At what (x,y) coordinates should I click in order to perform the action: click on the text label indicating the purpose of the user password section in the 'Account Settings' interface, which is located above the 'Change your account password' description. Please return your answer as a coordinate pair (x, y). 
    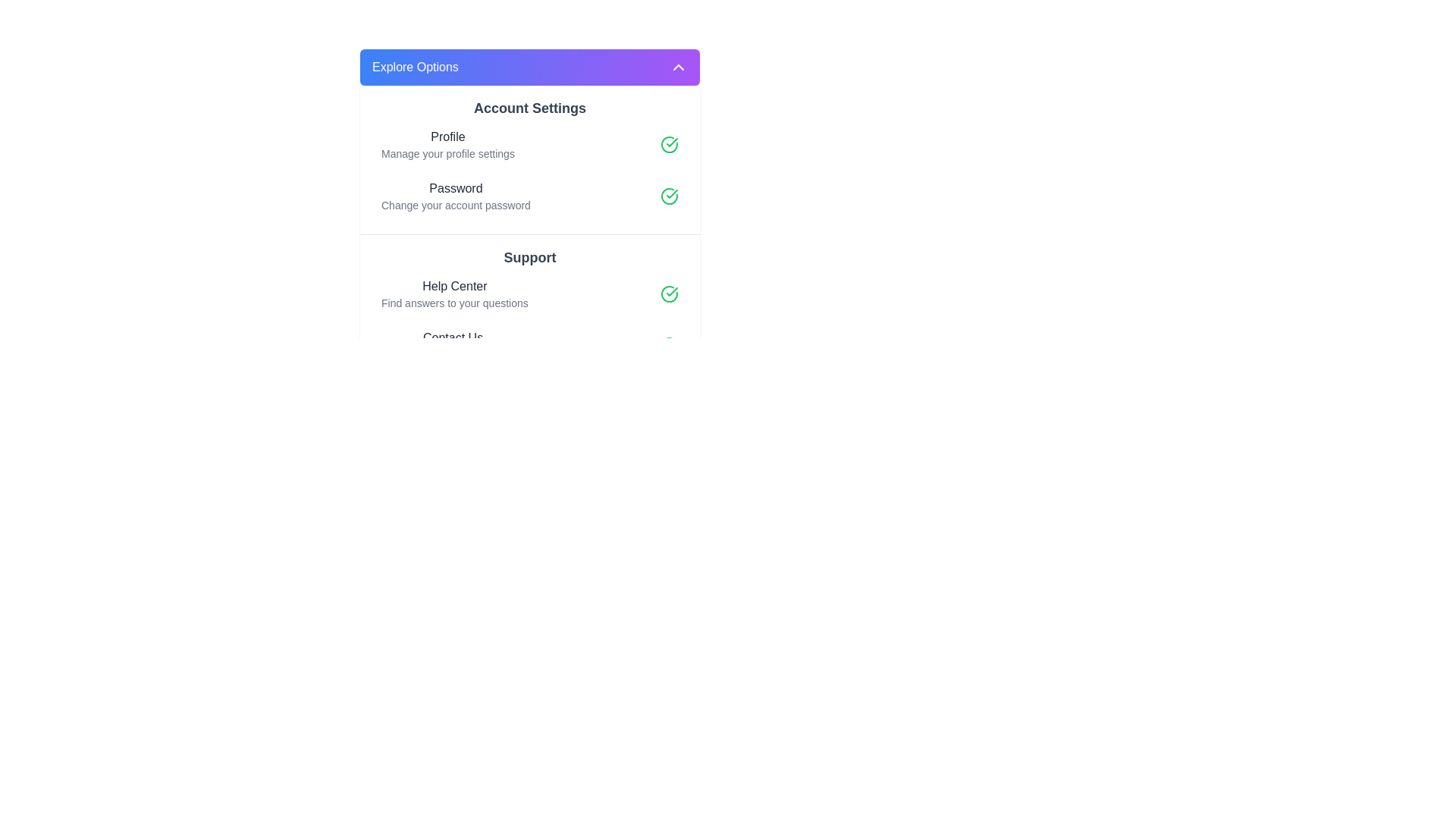
    Looking at the image, I should click on (455, 188).